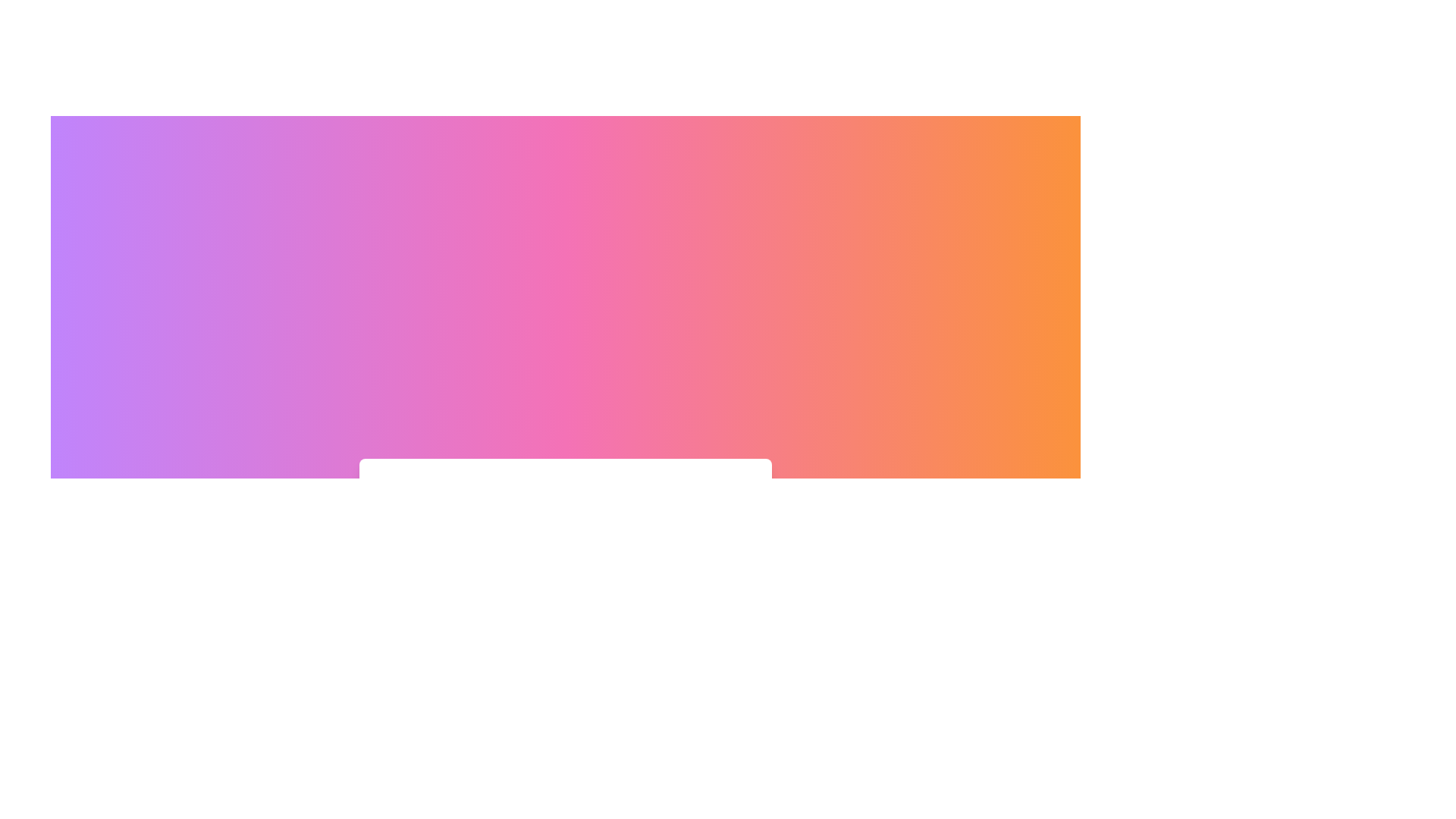  Describe the element at coordinates (433, 528) in the screenshot. I see `the toggle button to switch between visibility and notification modes` at that location.